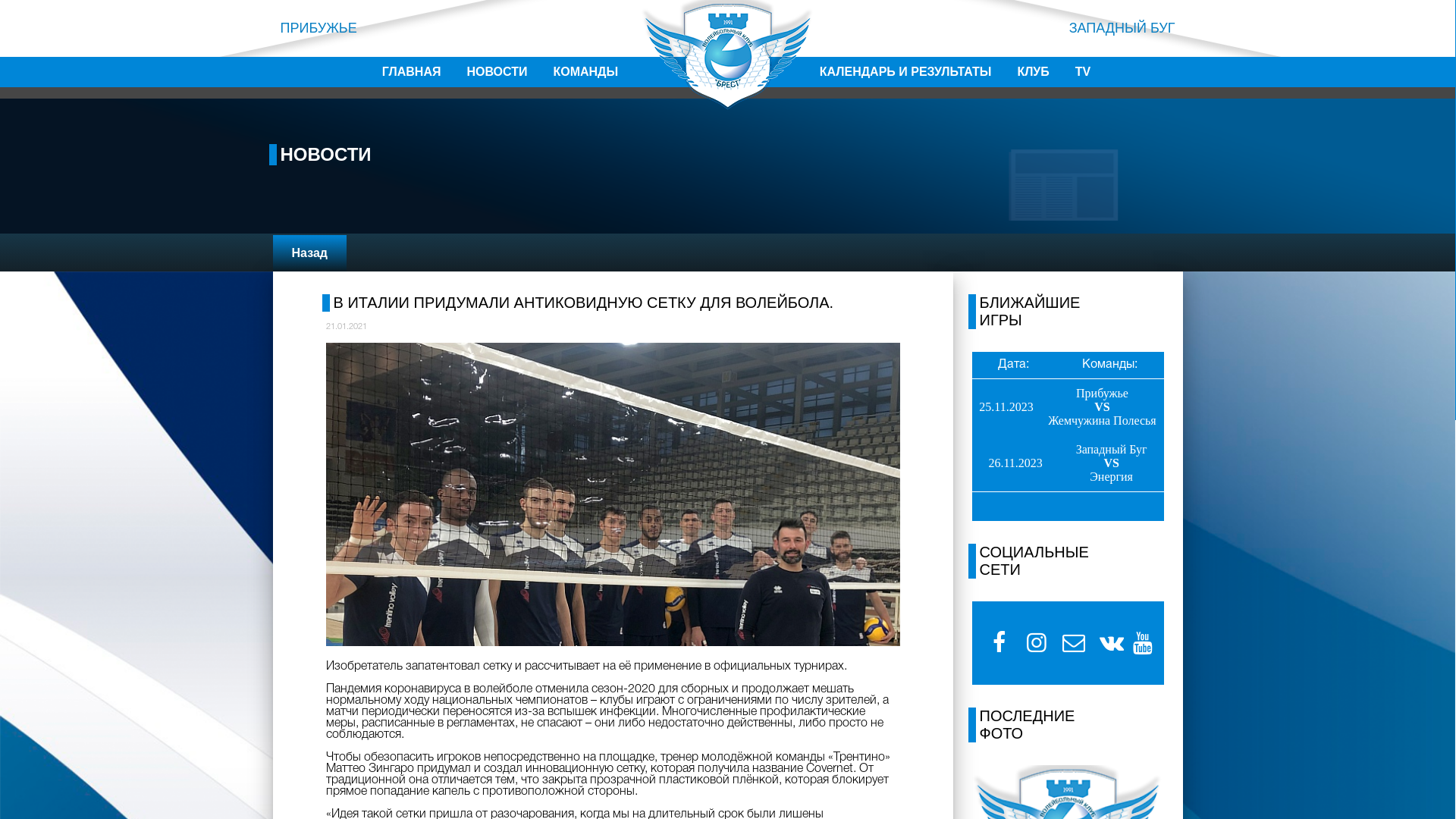 This screenshot has height=819, width=1456. Describe the element at coordinates (1082, 72) in the screenshot. I see `'TV'` at that location.